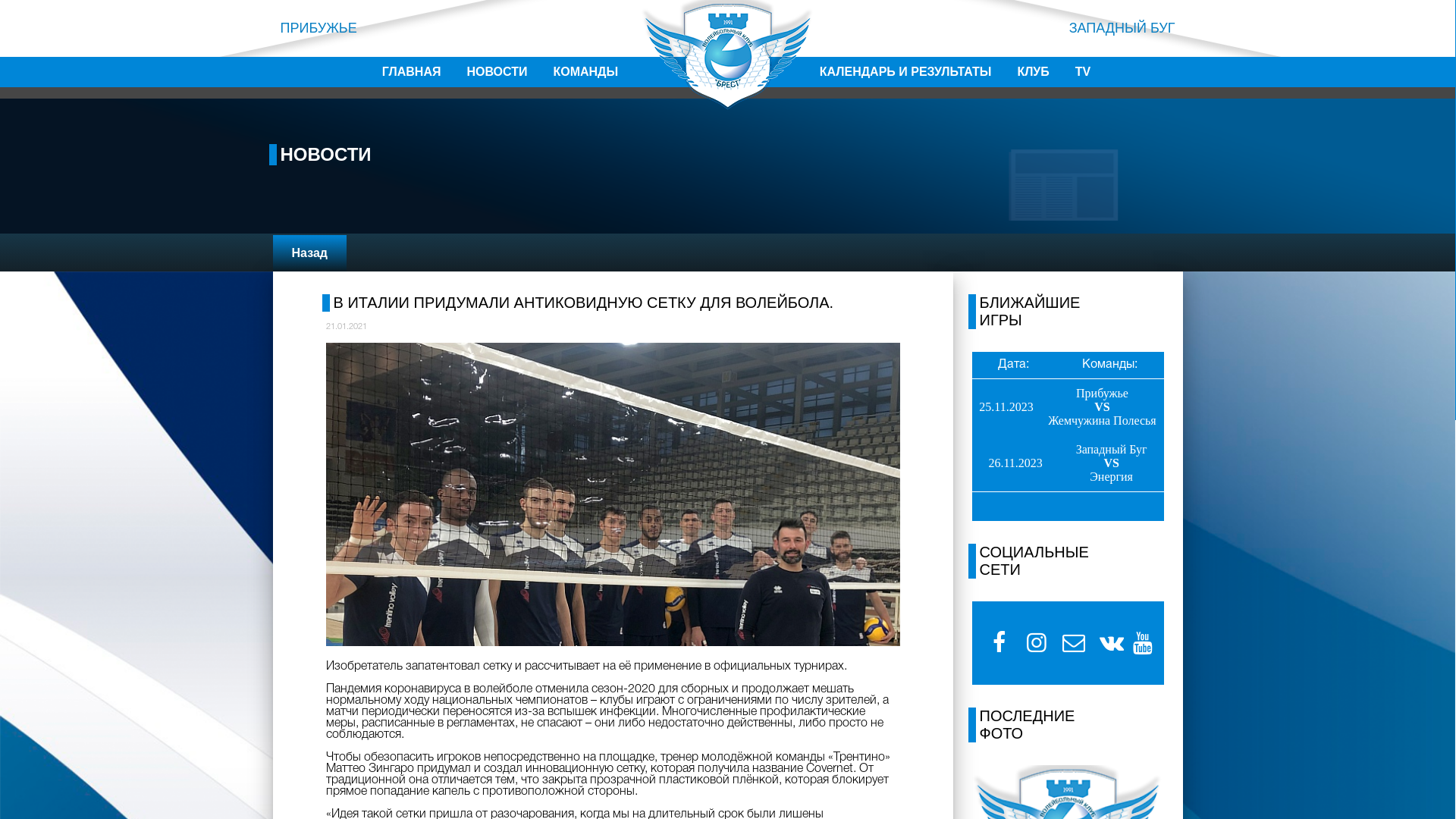 This screenshot has height=819, width=1456. Describe the element at coordinates (1082, 72) in the screenshot. I see `'TV'` at that location.